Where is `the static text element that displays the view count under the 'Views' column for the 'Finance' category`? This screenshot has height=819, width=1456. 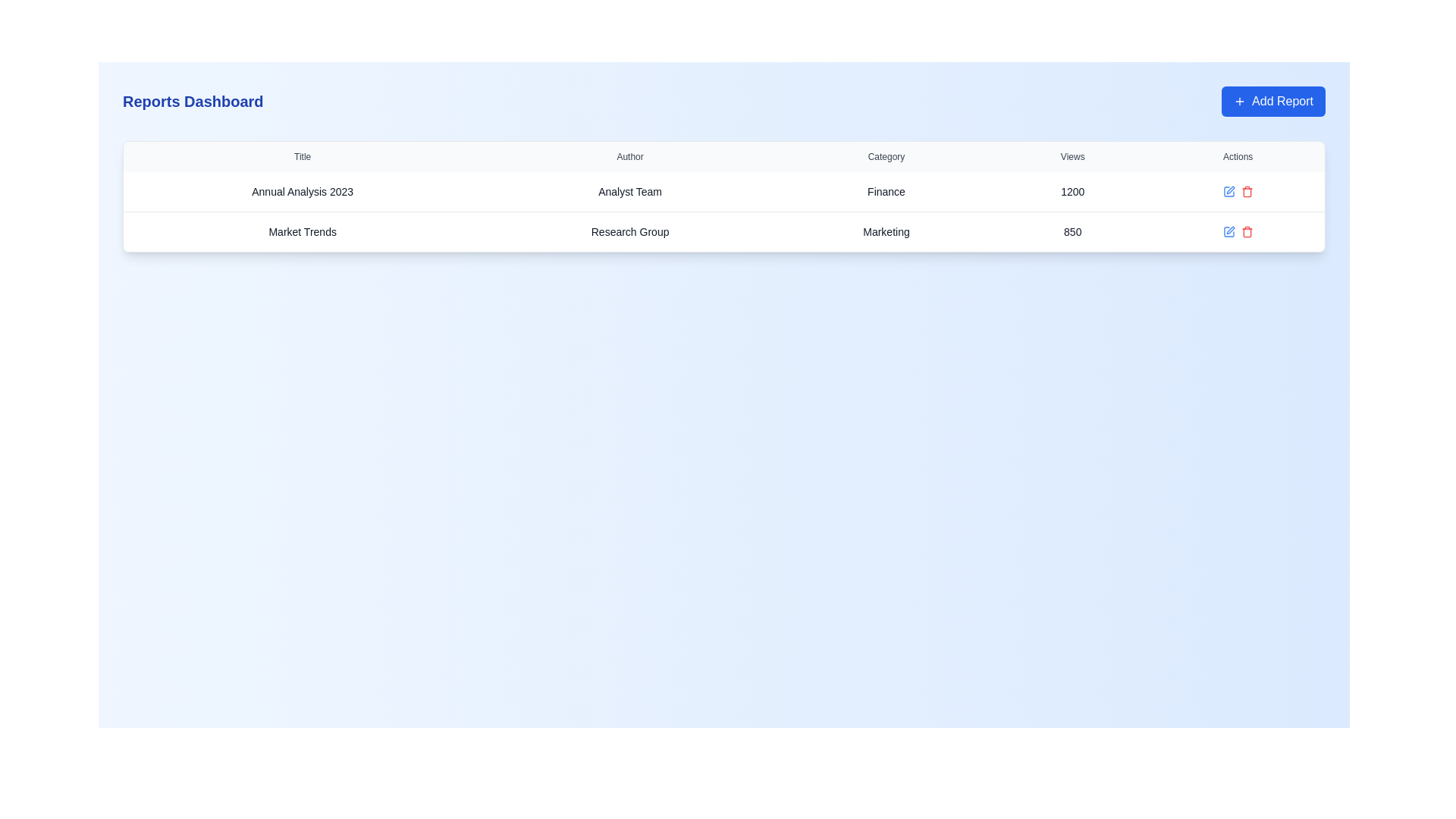
the static text element that displays the view count under the 'Views' column for the 'Finance' category is located at coordinates (1072, 191).